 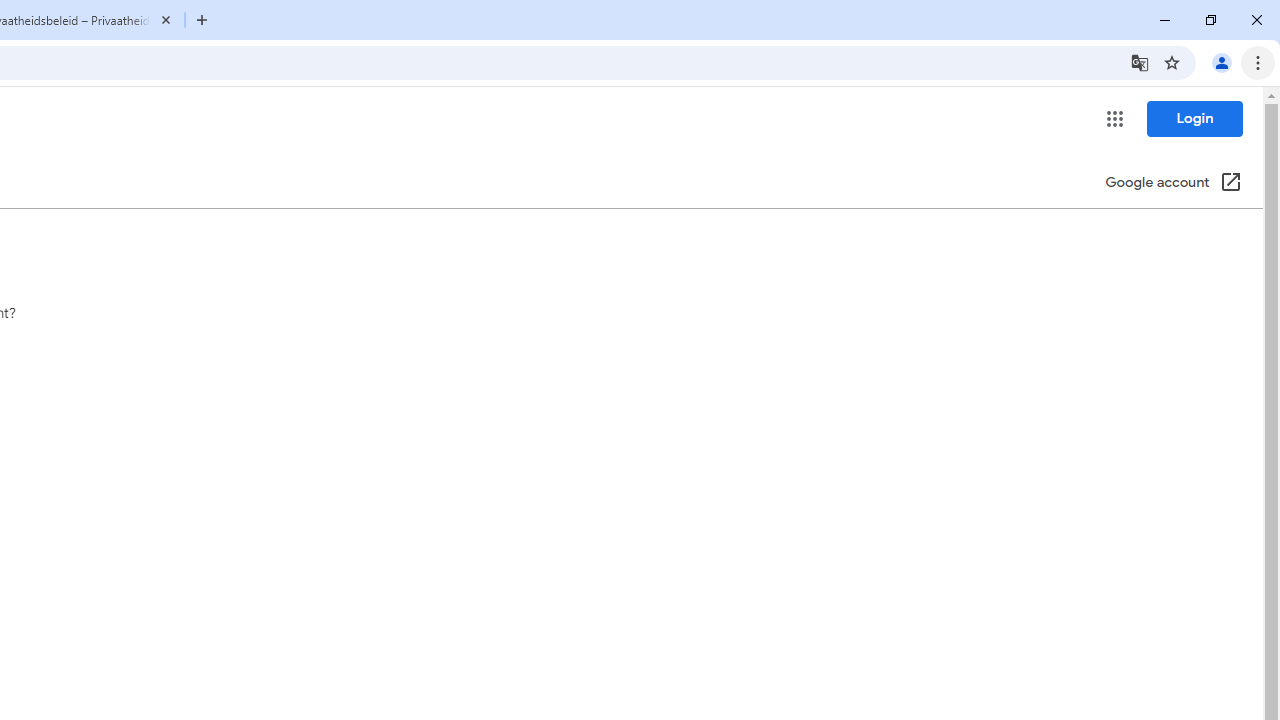 I want to click on 'Login', so click(x=1194, y=118).